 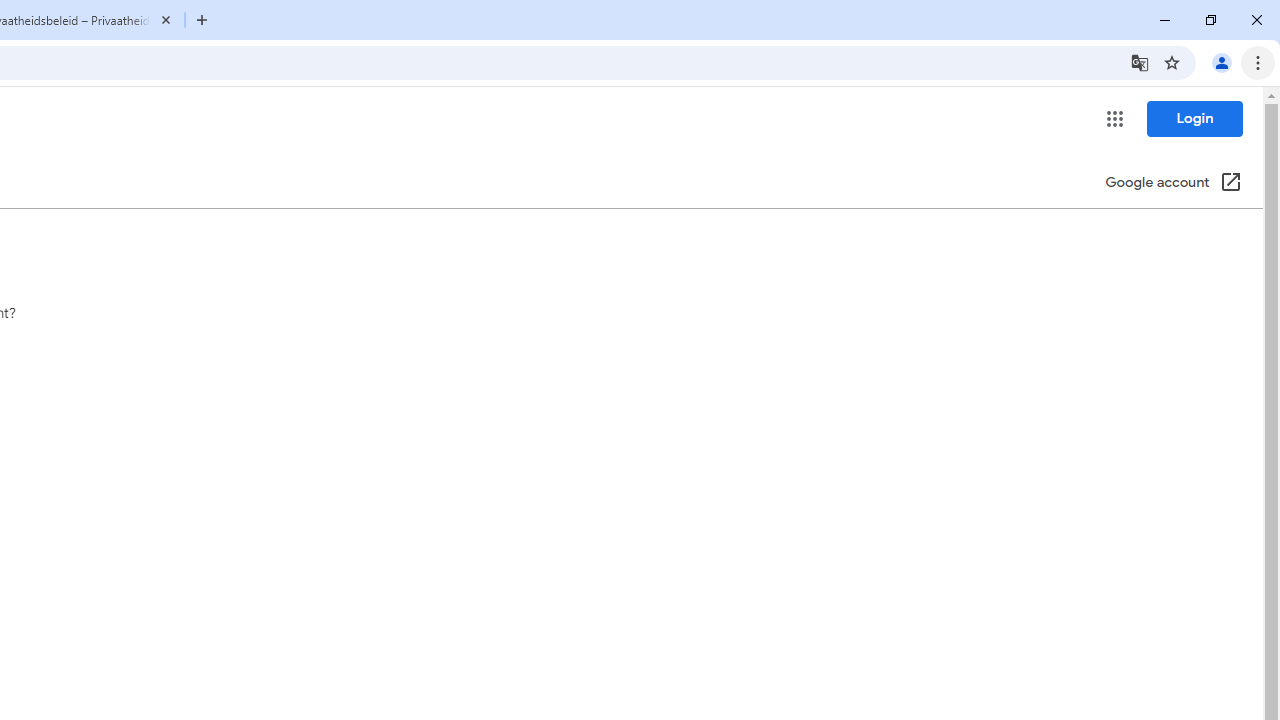 I want to click on 'Login', so click(x=1194, y=118).